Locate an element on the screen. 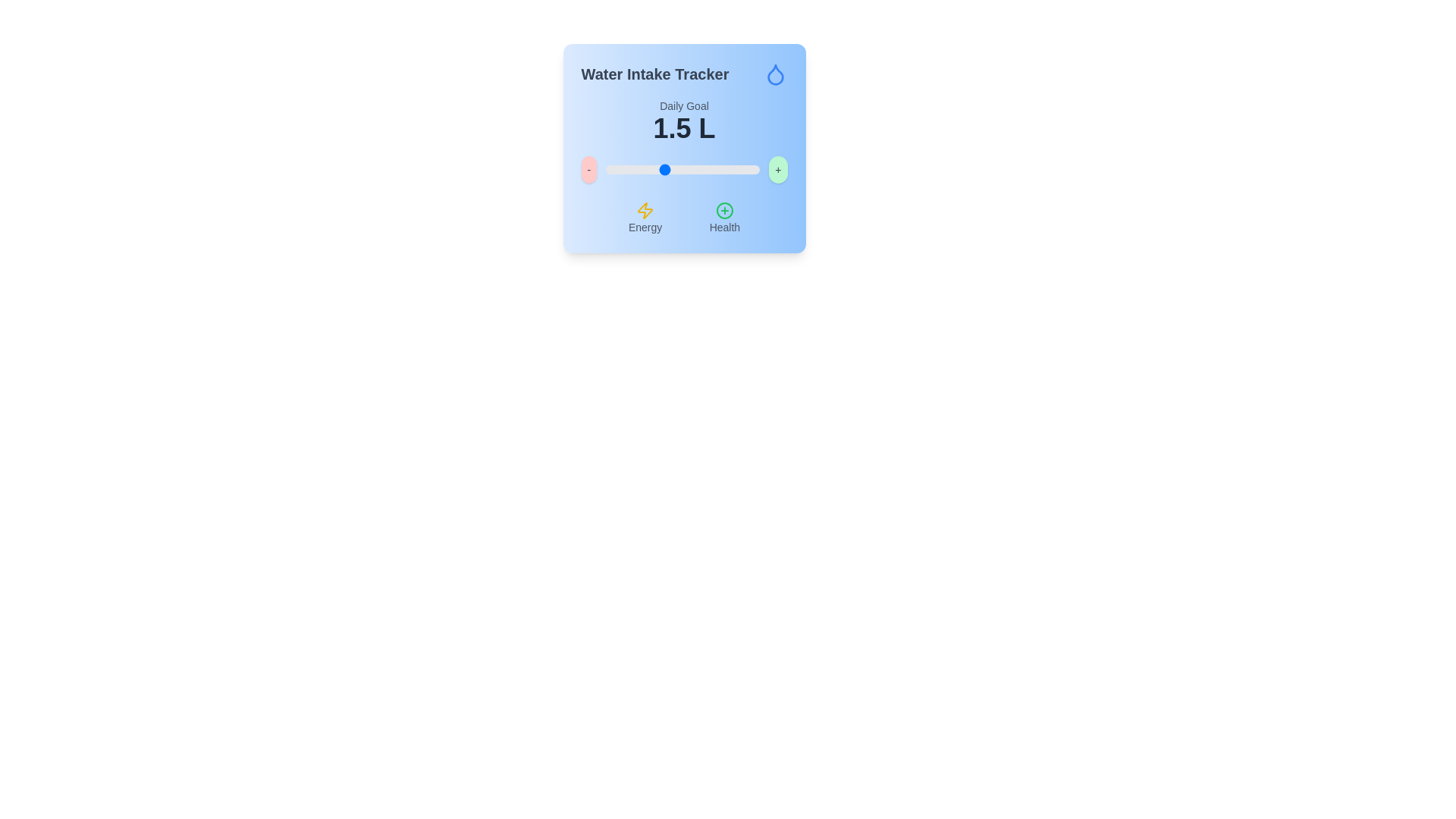  the circular outline with a green stroke located at the center of the SVG element is located at coordinates (723, 210).